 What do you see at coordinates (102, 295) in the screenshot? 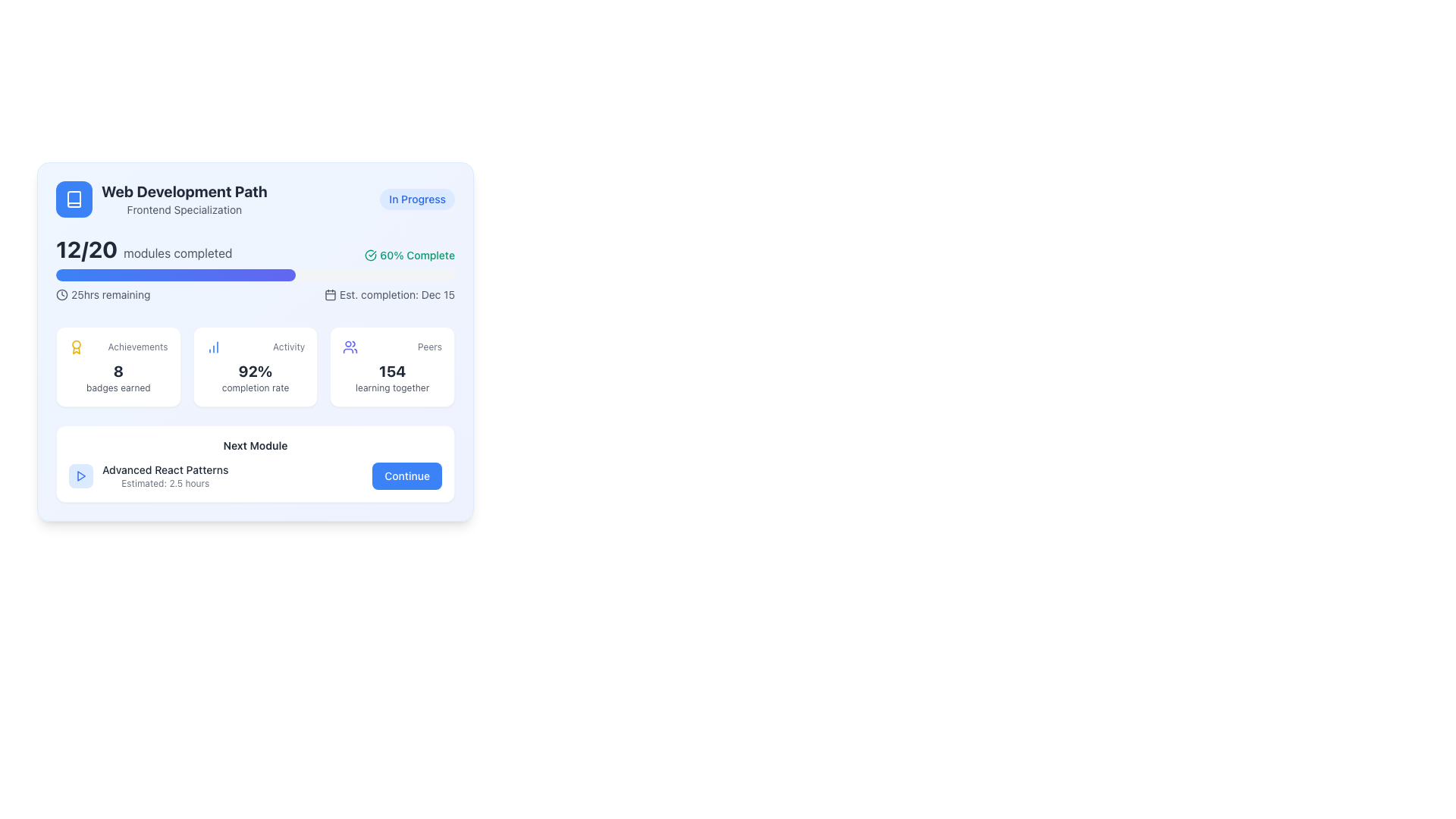
I see `the text '25hrs remaining' with the accompanying clock icon, which is located above the progress bar and to the left of the 'Est. completion: Dec 15' text` at bounding box center [102, 295].